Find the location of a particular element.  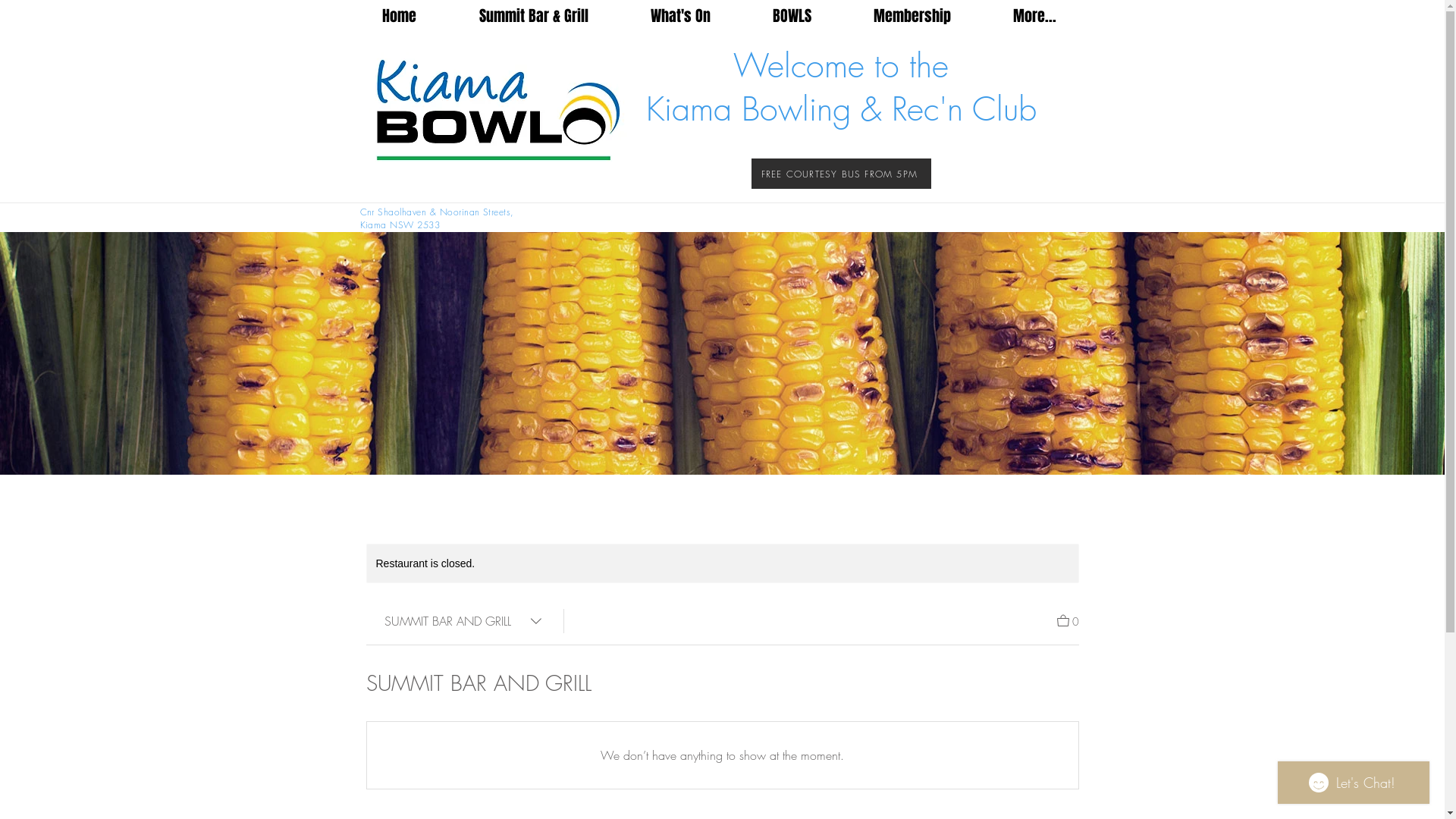

'0' is located at coordinates (1067, 620).